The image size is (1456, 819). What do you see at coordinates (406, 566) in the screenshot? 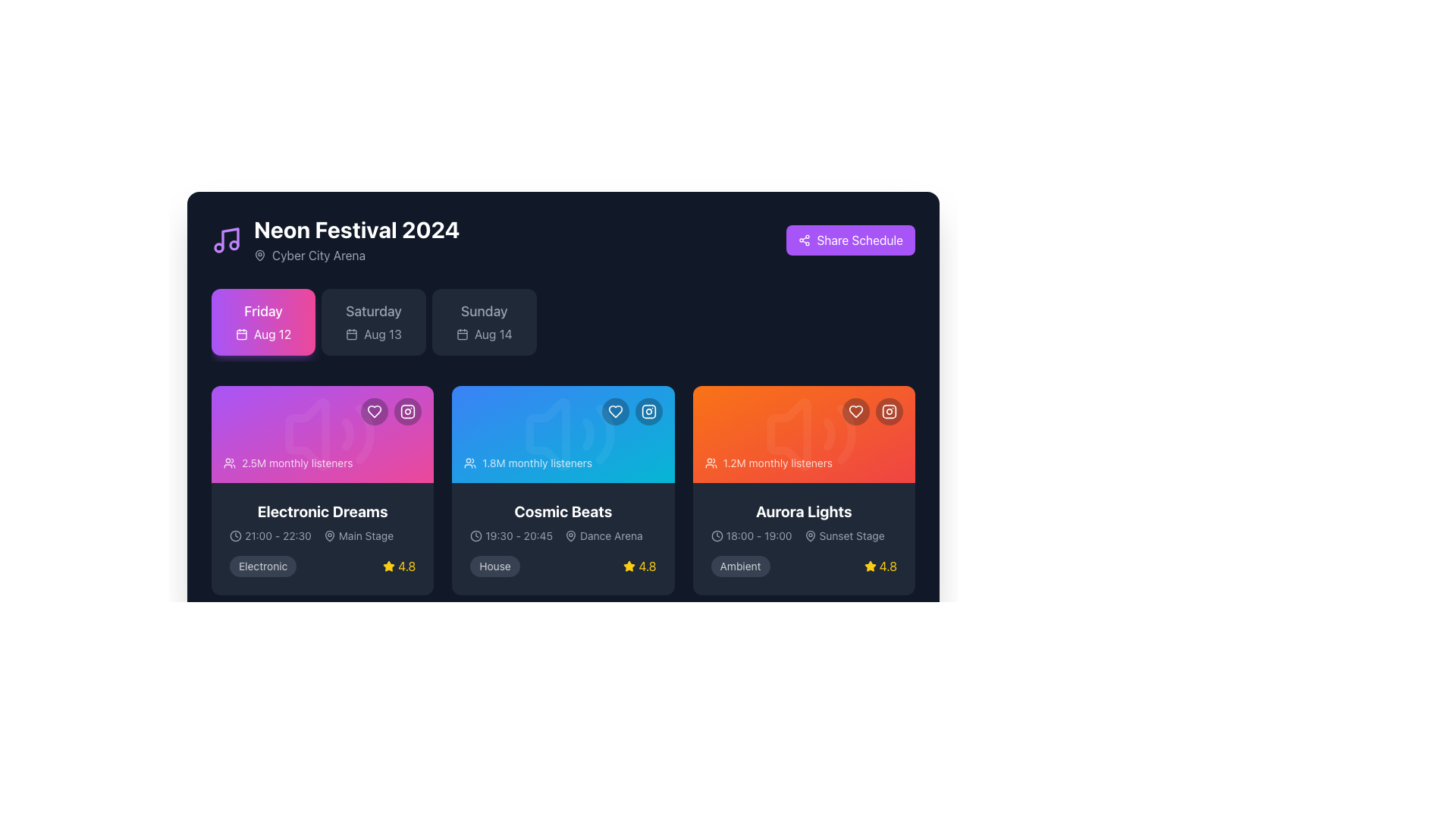
I see `the numerical rating value text label located below the 'Electronic Dreams' card, at the bottom-right next to the yellow star icon` at bounding box center [406, 566].